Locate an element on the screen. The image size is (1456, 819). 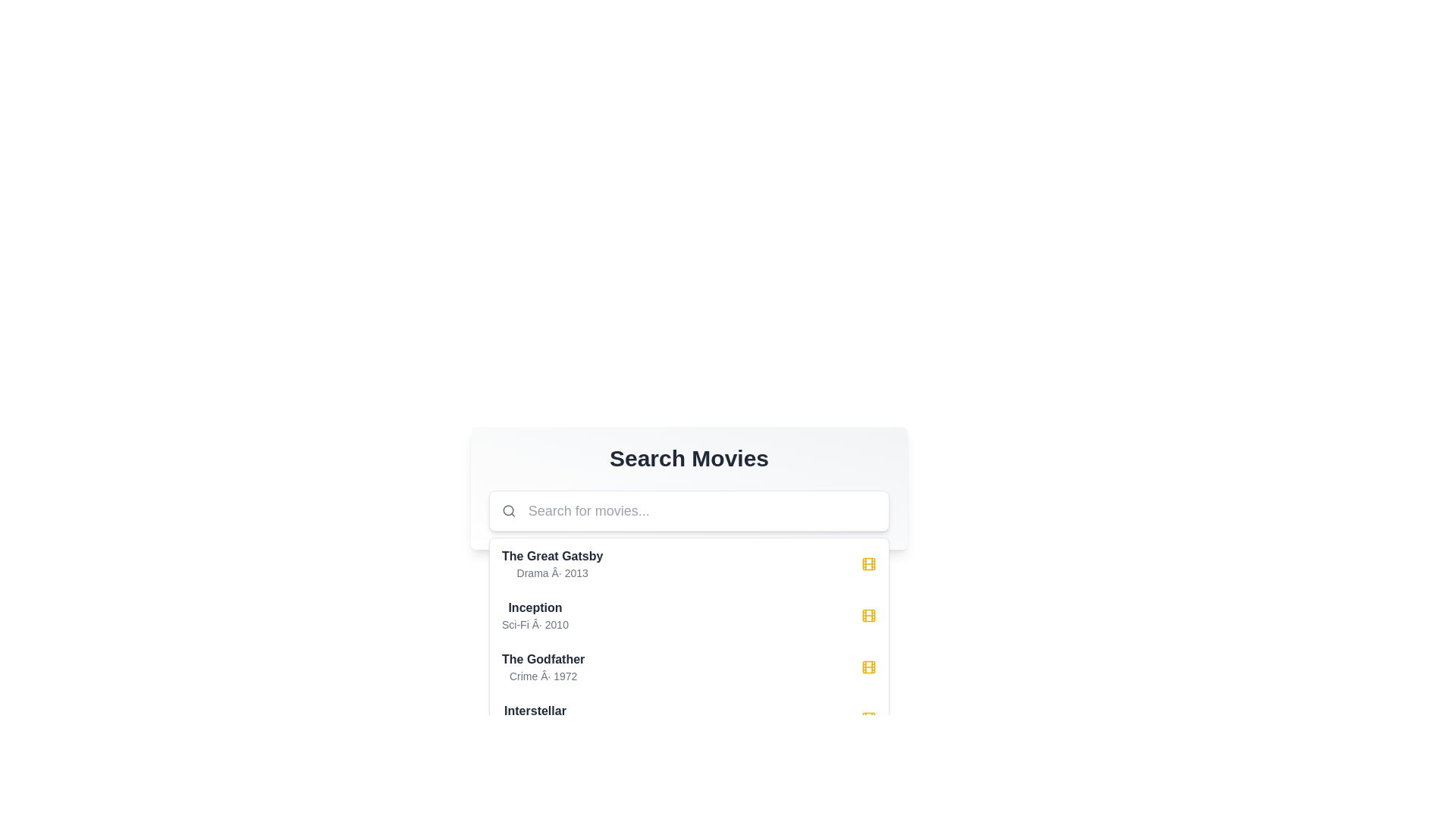
small rectangular shape with rounded corners that is part of the yellow-colored film grid icon next to 'The Godfather' movie item by opening the developer tools is located at coordinates (869, 666).